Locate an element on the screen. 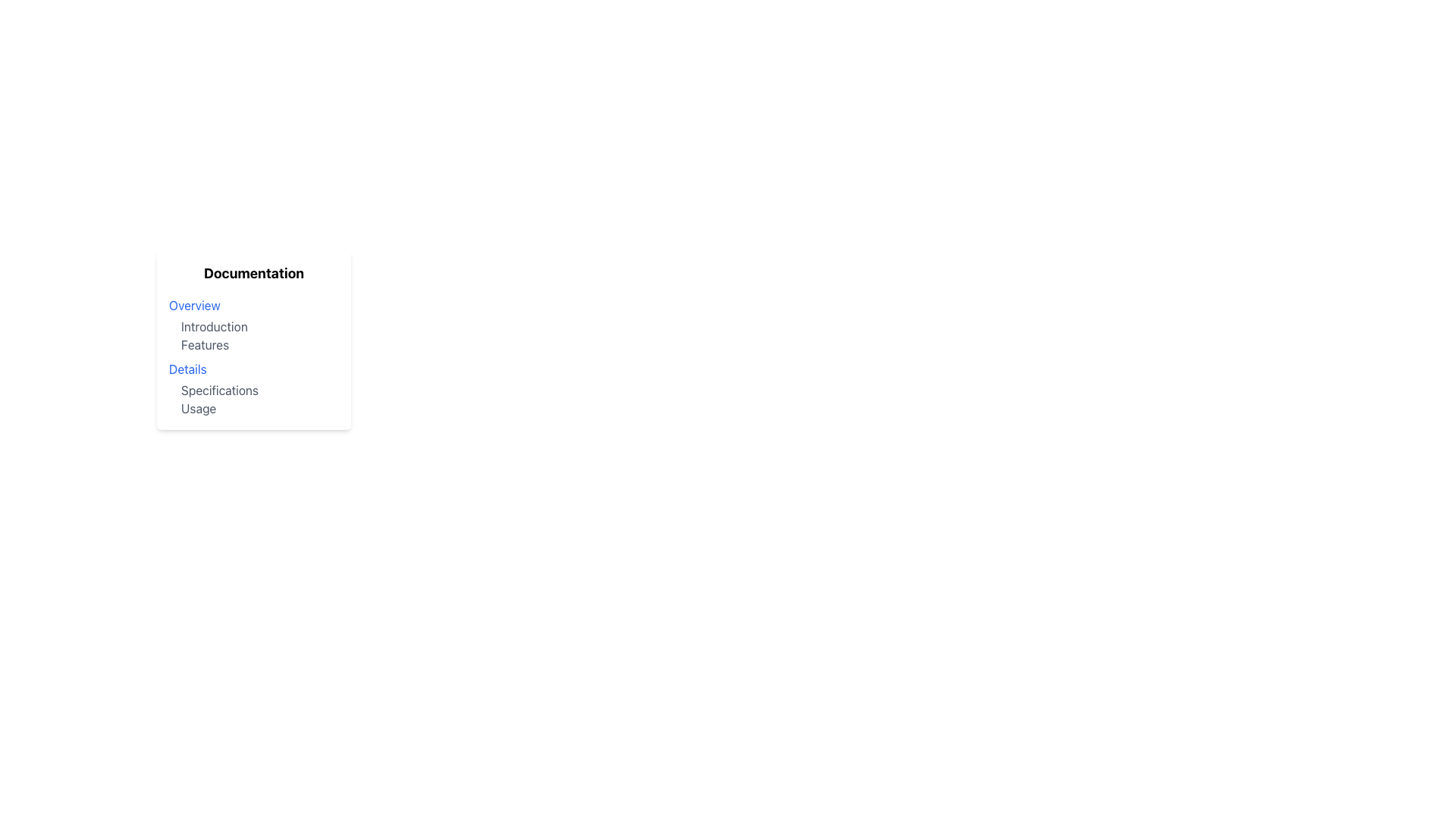  the 'Overview' hyperlink, which is the first link in the navigation section of the documentation, to indicate interaction is located at coordinates (193, 305).